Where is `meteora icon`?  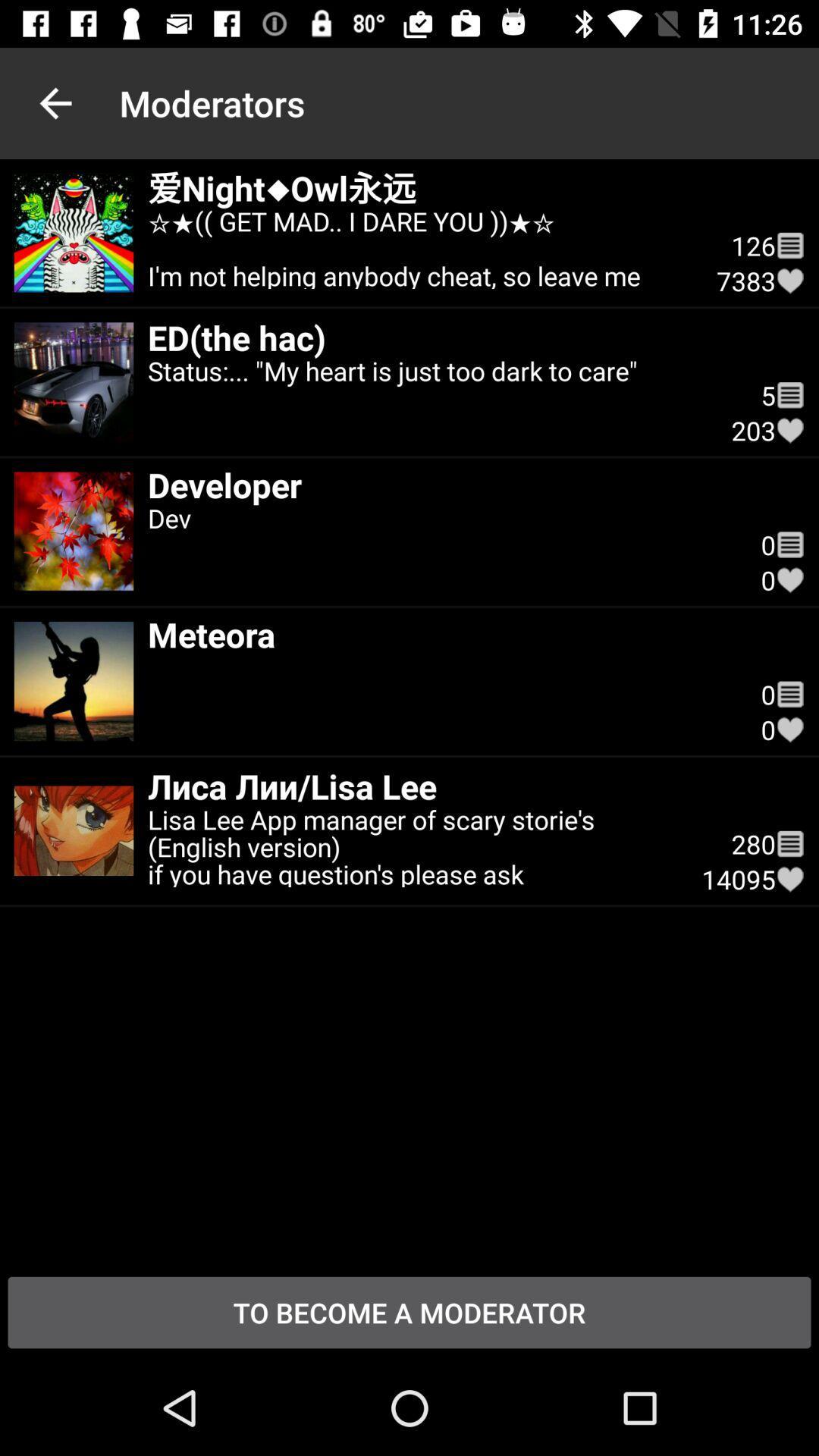
meteora icon is located at coordinates (440, 634).